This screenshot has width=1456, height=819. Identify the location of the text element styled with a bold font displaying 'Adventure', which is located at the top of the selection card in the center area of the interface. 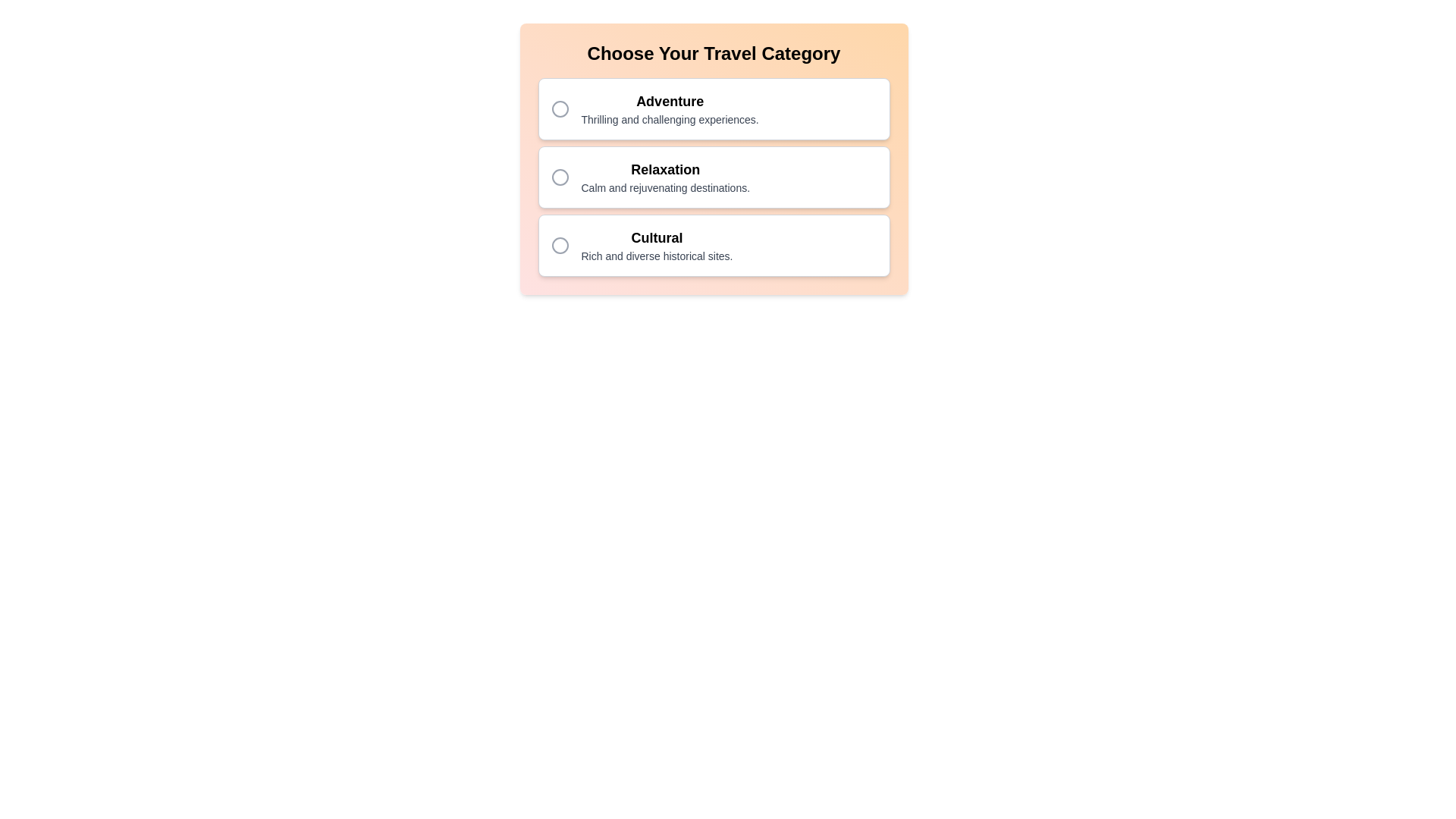
(669, 102).